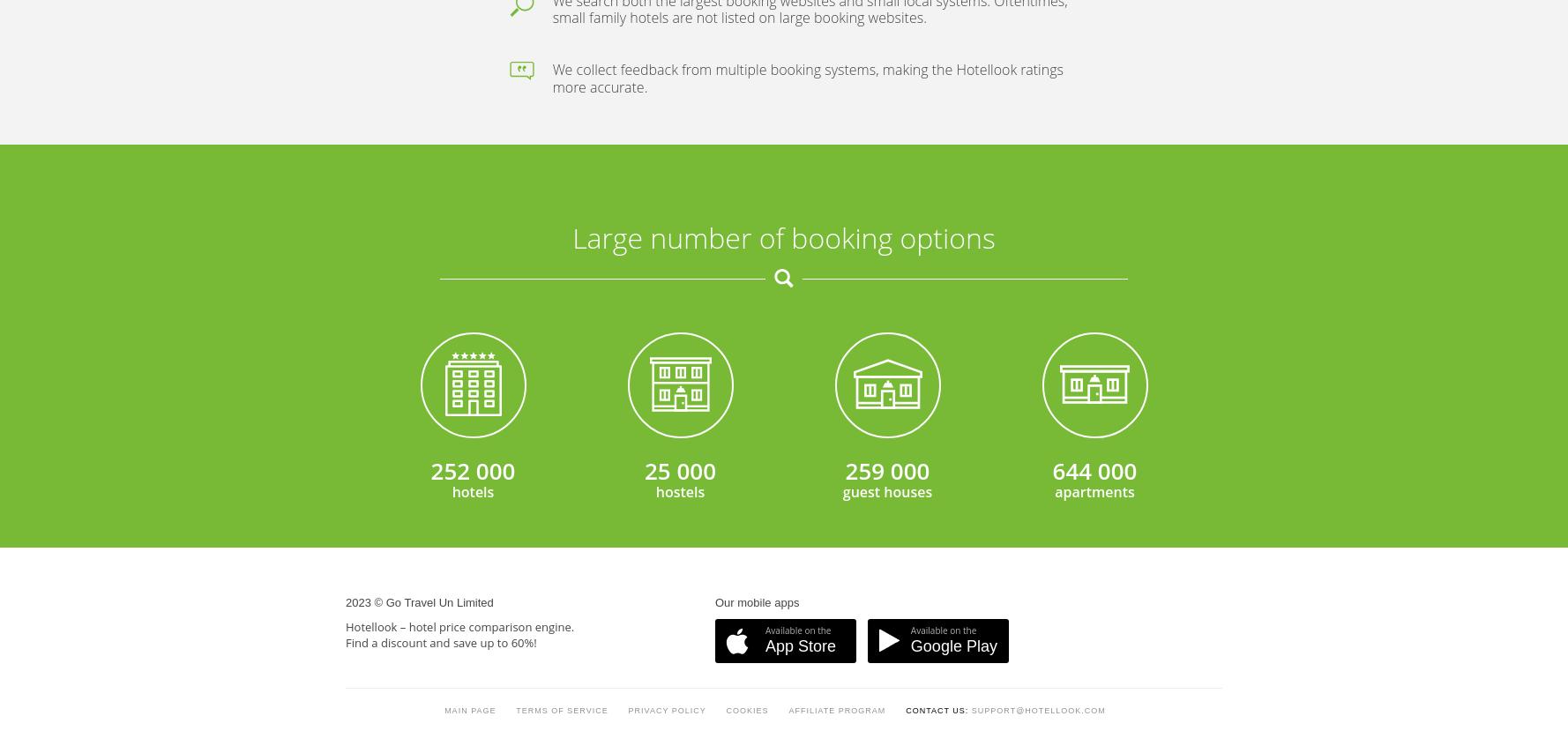 The image size is (1568, 731). Describe the element at coordinates (562, 280) in the screenshot. I see `'Terms of Service'` at that location.